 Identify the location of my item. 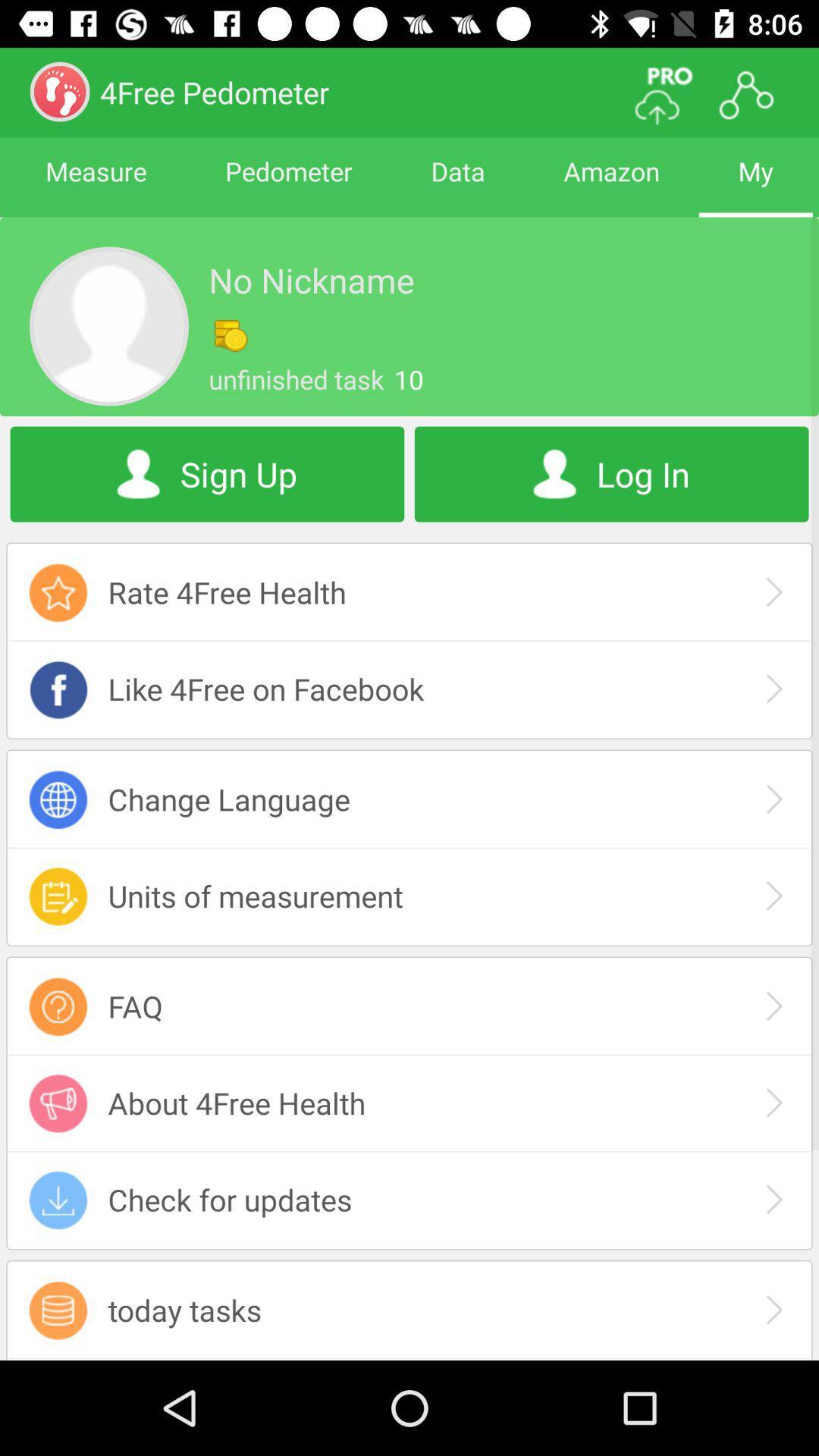
(755, 184).